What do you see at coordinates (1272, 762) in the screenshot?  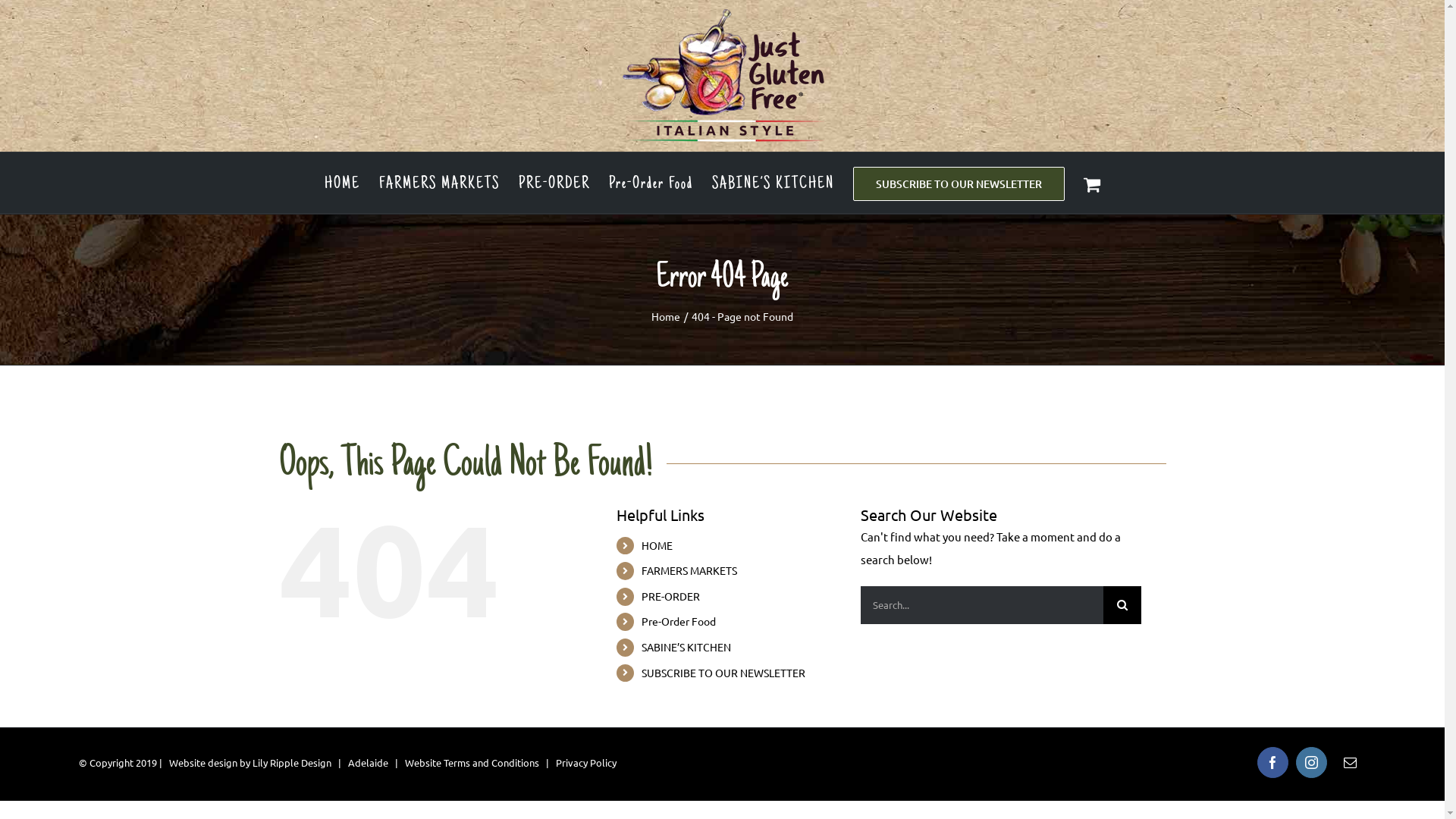 I see `'Facebook'` at bounding box center [1272, 762].